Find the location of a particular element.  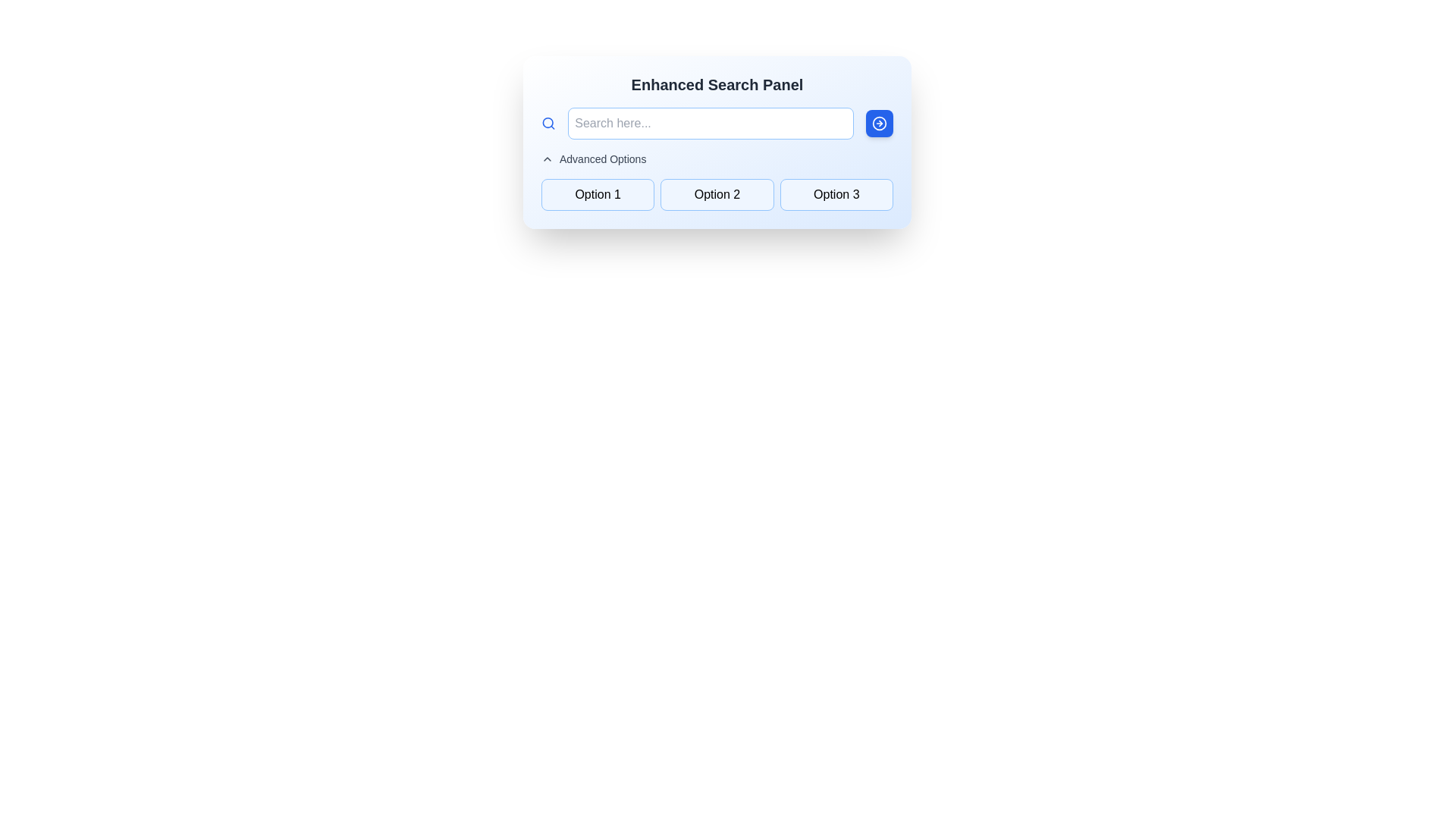

the trigger action button located at the far right end of the row containing the search input field is located at coordinates (880, 122).